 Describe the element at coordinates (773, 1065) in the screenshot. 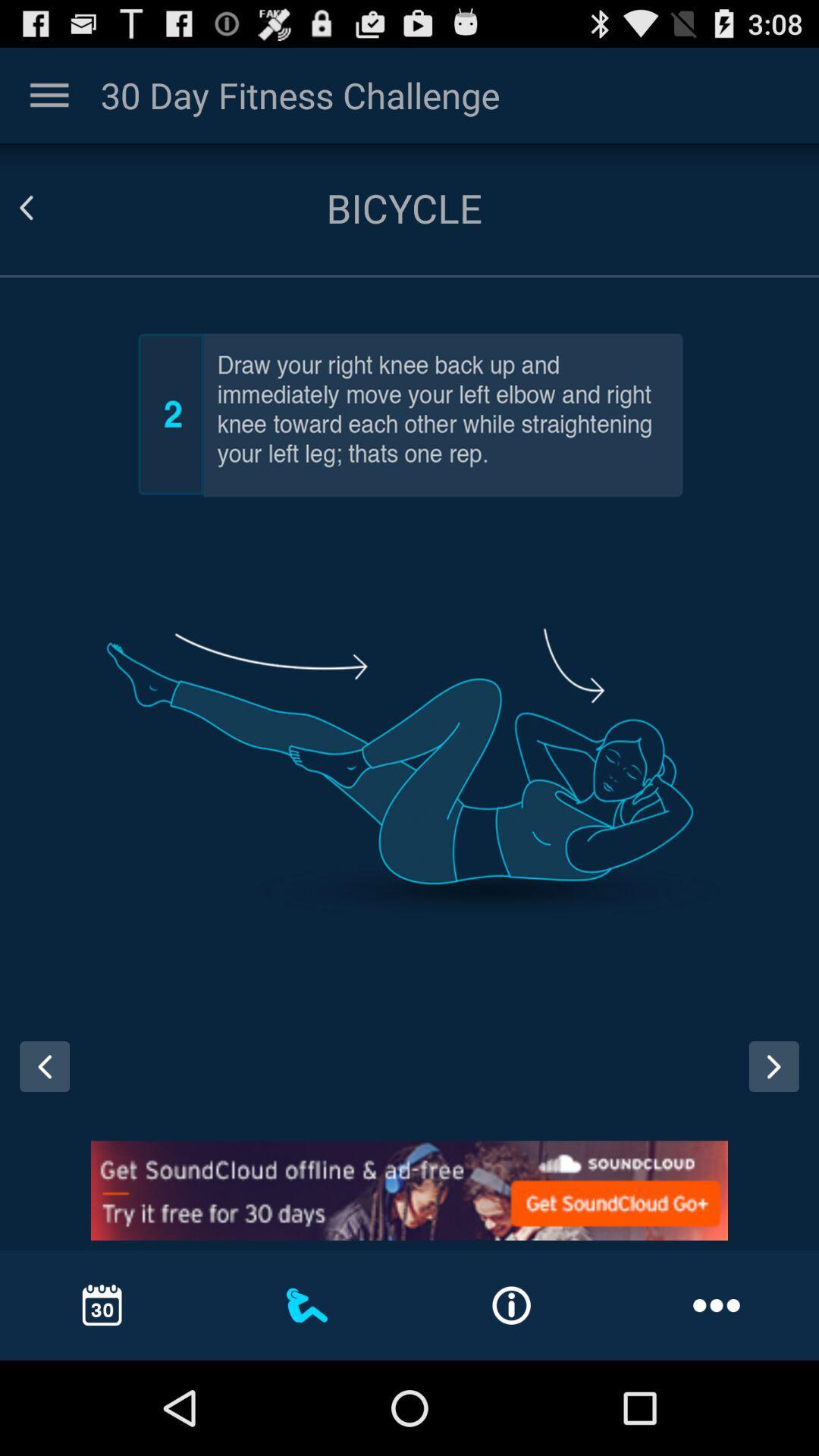

I see `go next` at that location.